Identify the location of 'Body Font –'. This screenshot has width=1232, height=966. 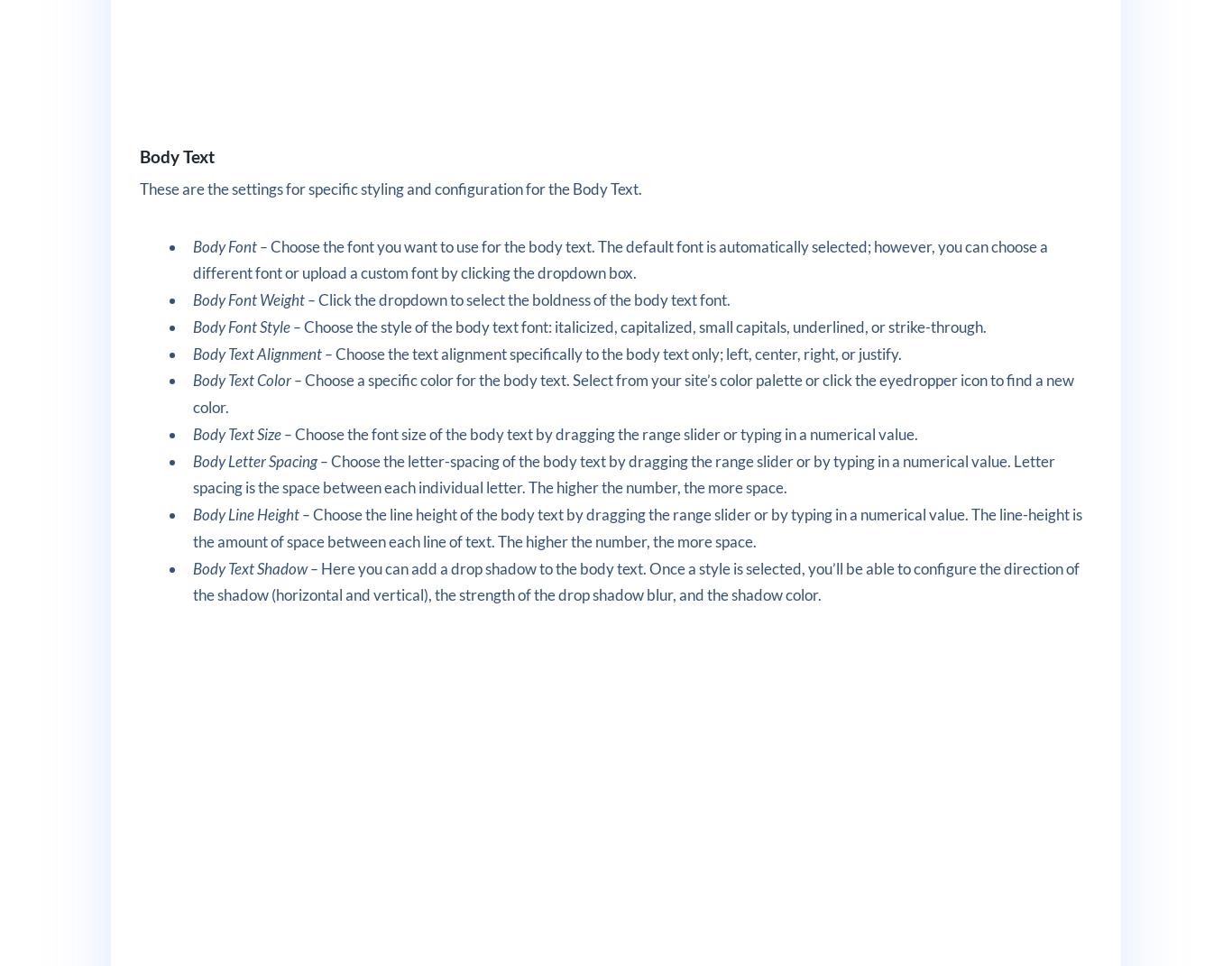
(231, 245).